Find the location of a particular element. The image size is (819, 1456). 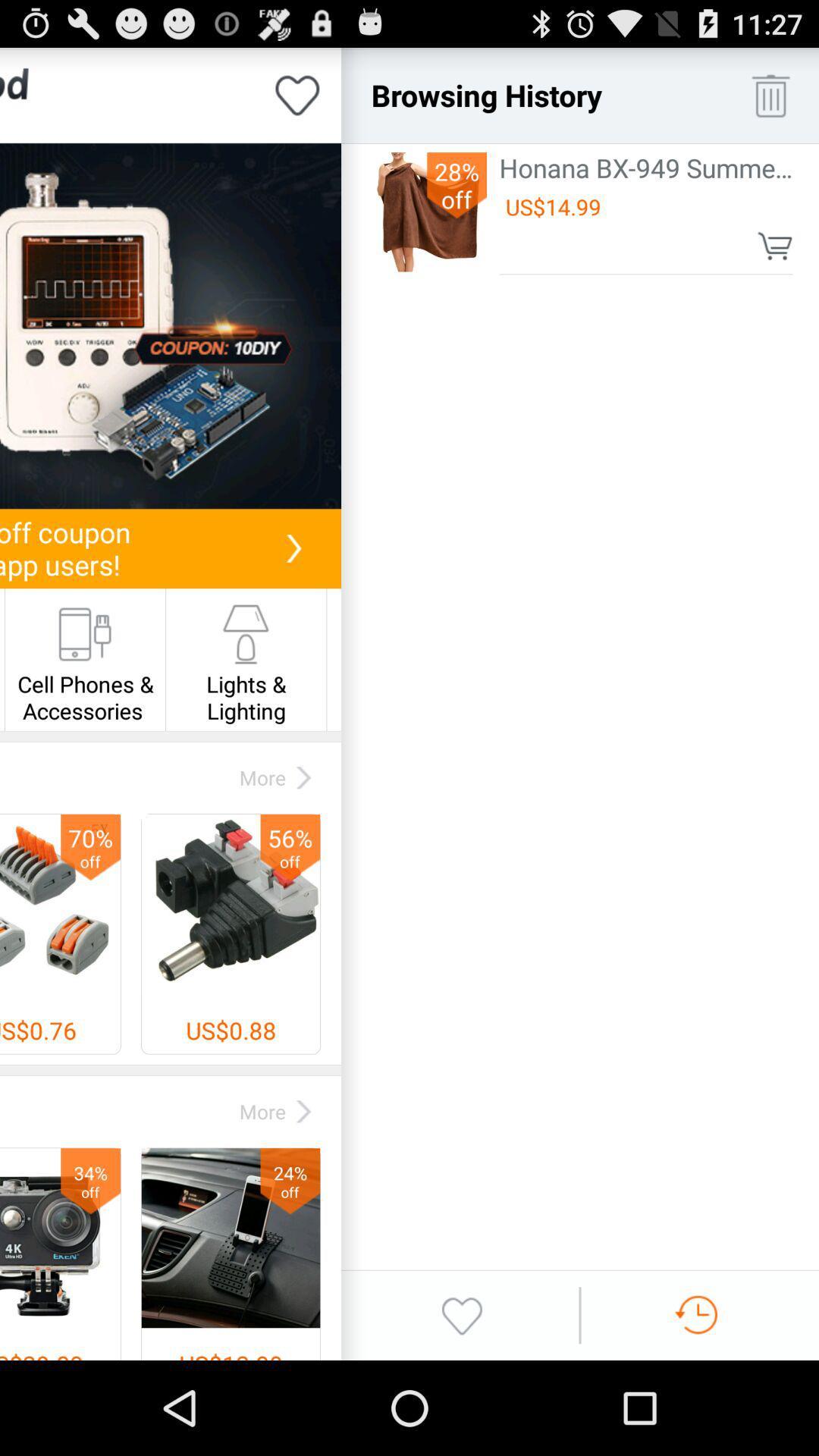

right corner image along with text  24 off at the bottom is located at coordinates (231, 1238).